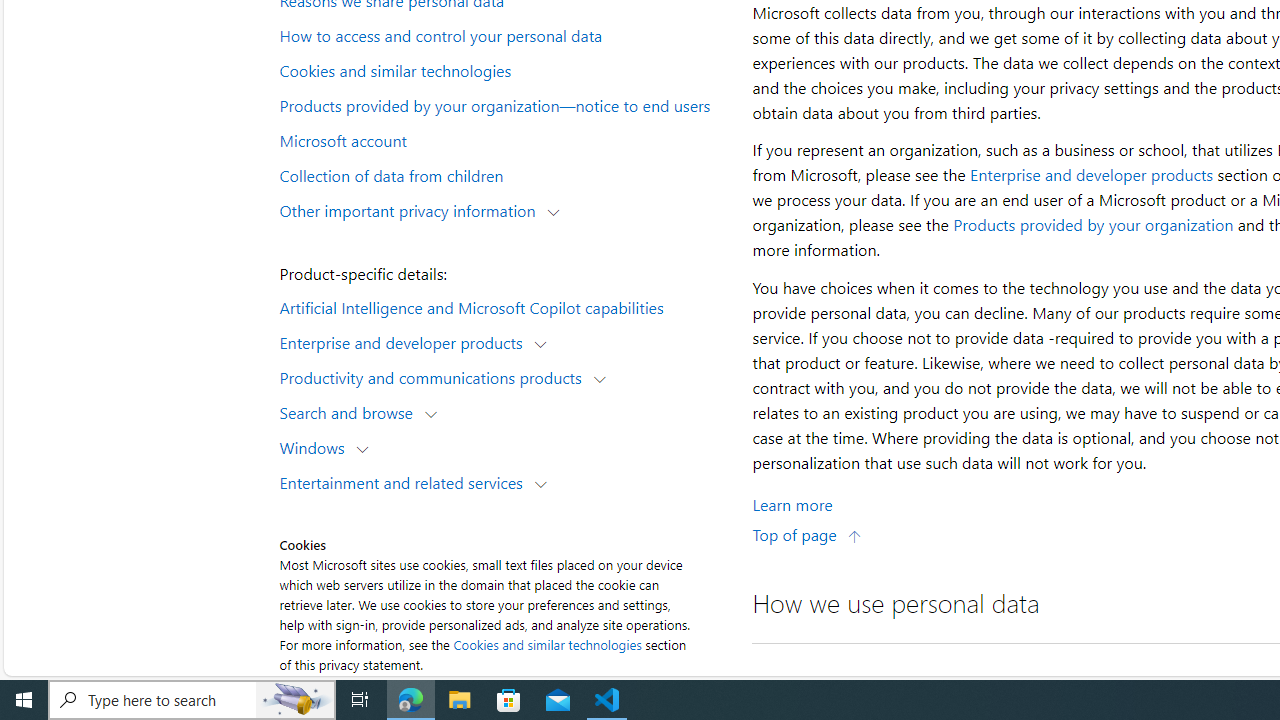  Describe the element at coordinates (411, 209) in the screenshot. I see `'Other important privacy information'` at that location.